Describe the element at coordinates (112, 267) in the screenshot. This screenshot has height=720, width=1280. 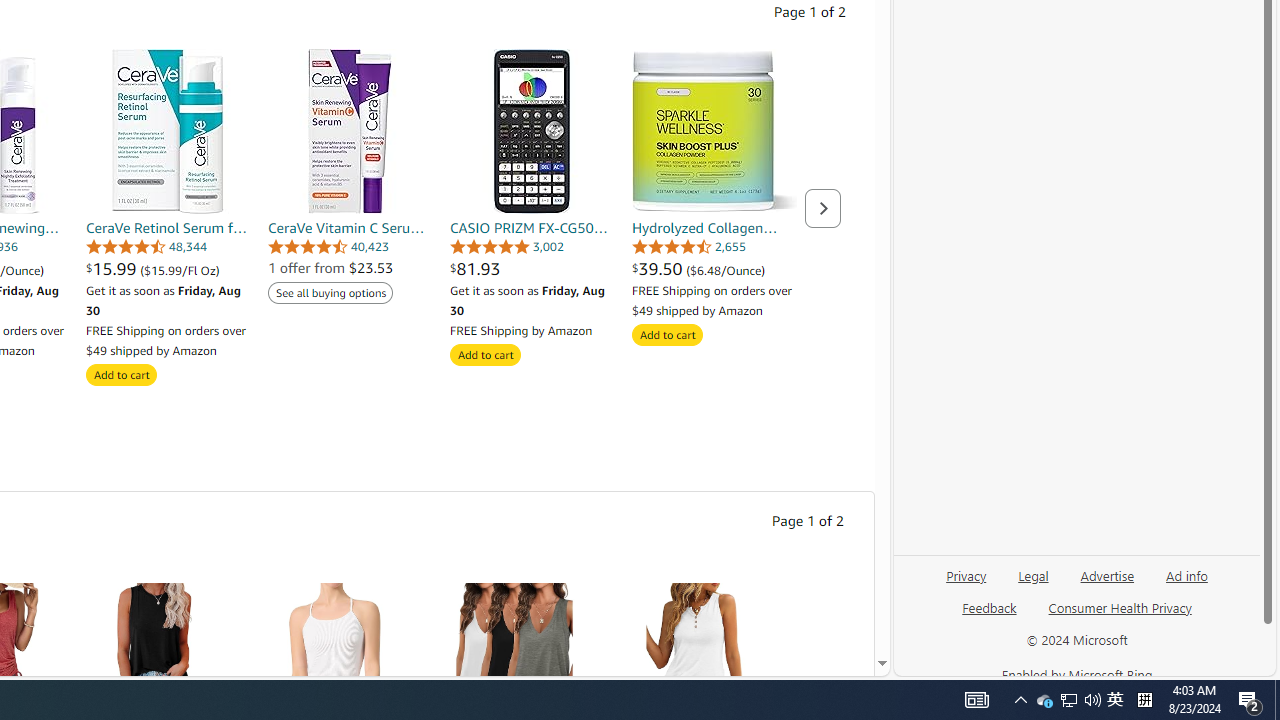
I see `'$15.99 '` at that location.